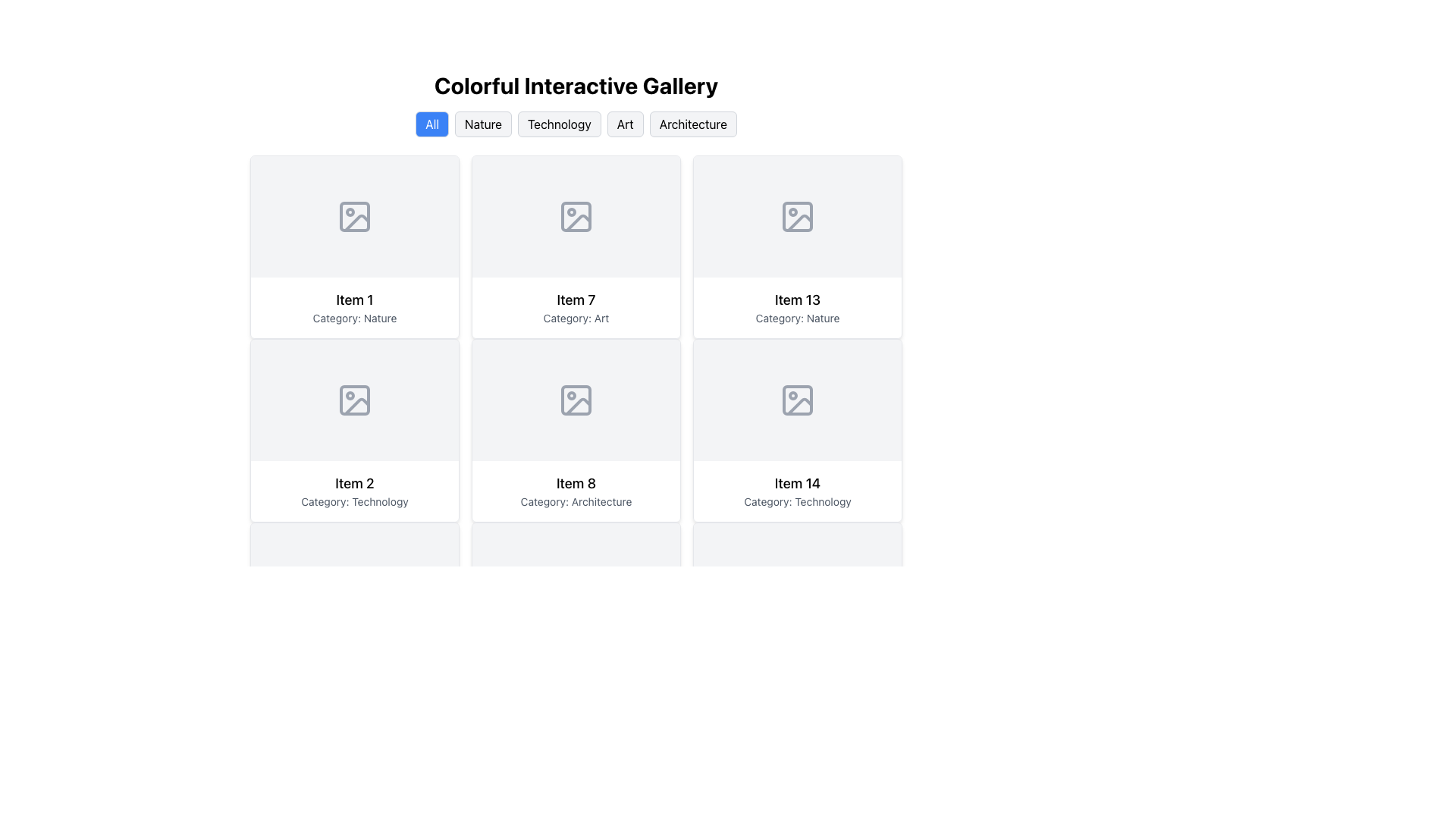  Describe the element at coordinates (356, 406) in the screenshot. I see `the decorative graphical element within the SVG icon located in the second row, first column of the grid layout, above the 'Item 2' text label` at that location.